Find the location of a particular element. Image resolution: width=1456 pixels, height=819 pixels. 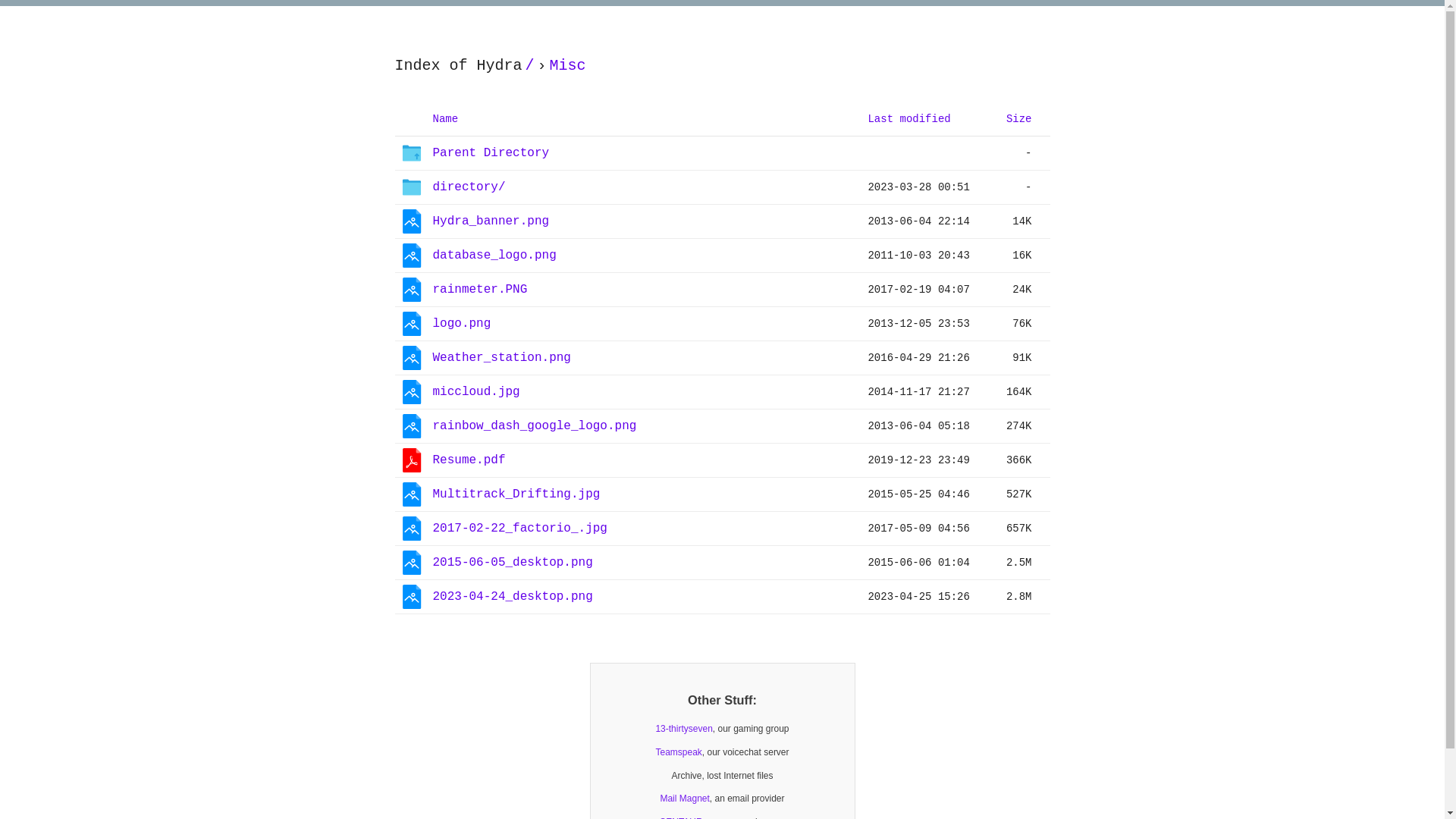

'rainmeter.PNG' is located at coordinates (479, 289).